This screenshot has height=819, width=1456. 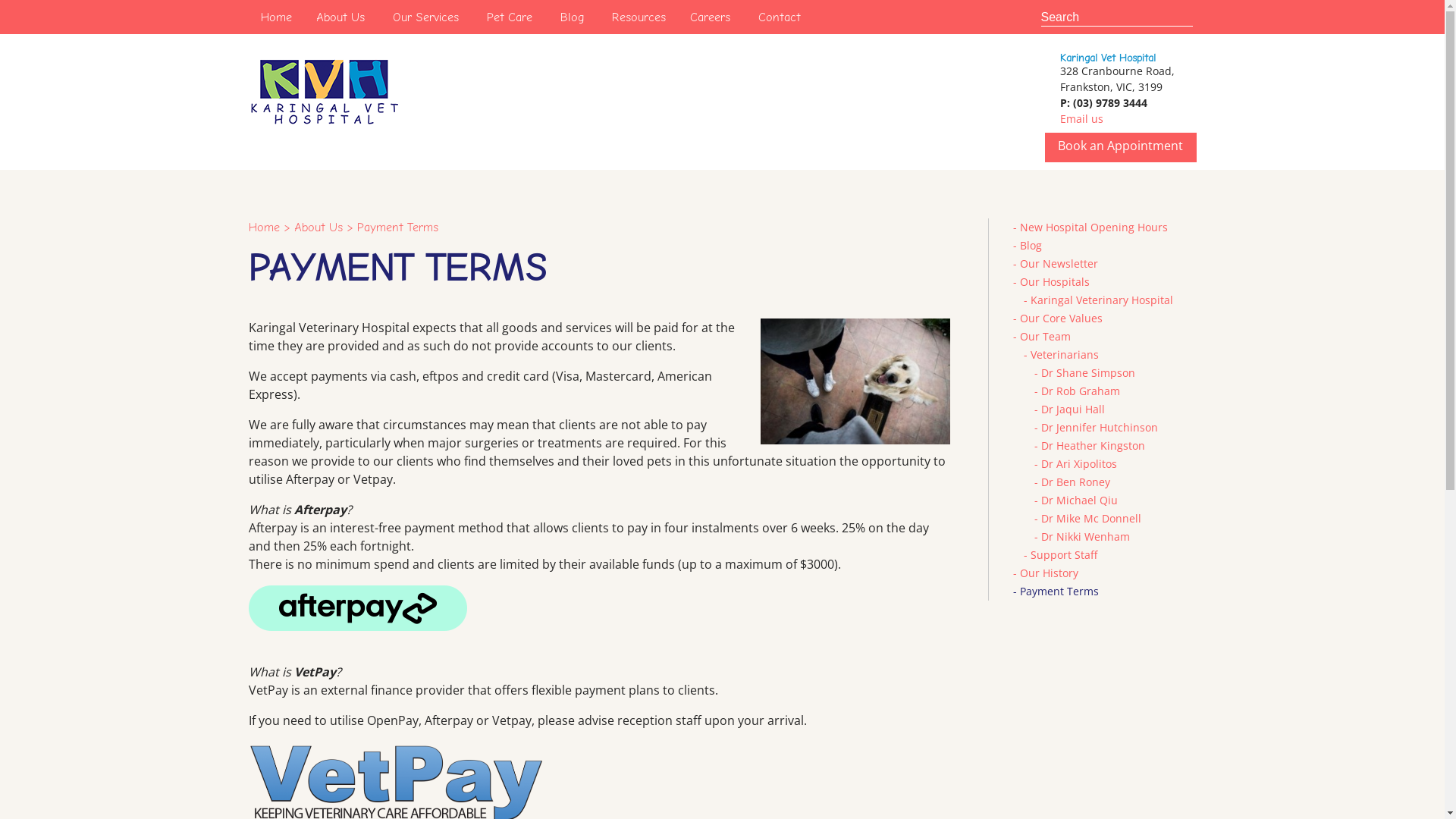 What do you see at coordinates (1057, 262) in the screenshot?
I see `'Our Newsletter'` at bounding box center [1057, 262].